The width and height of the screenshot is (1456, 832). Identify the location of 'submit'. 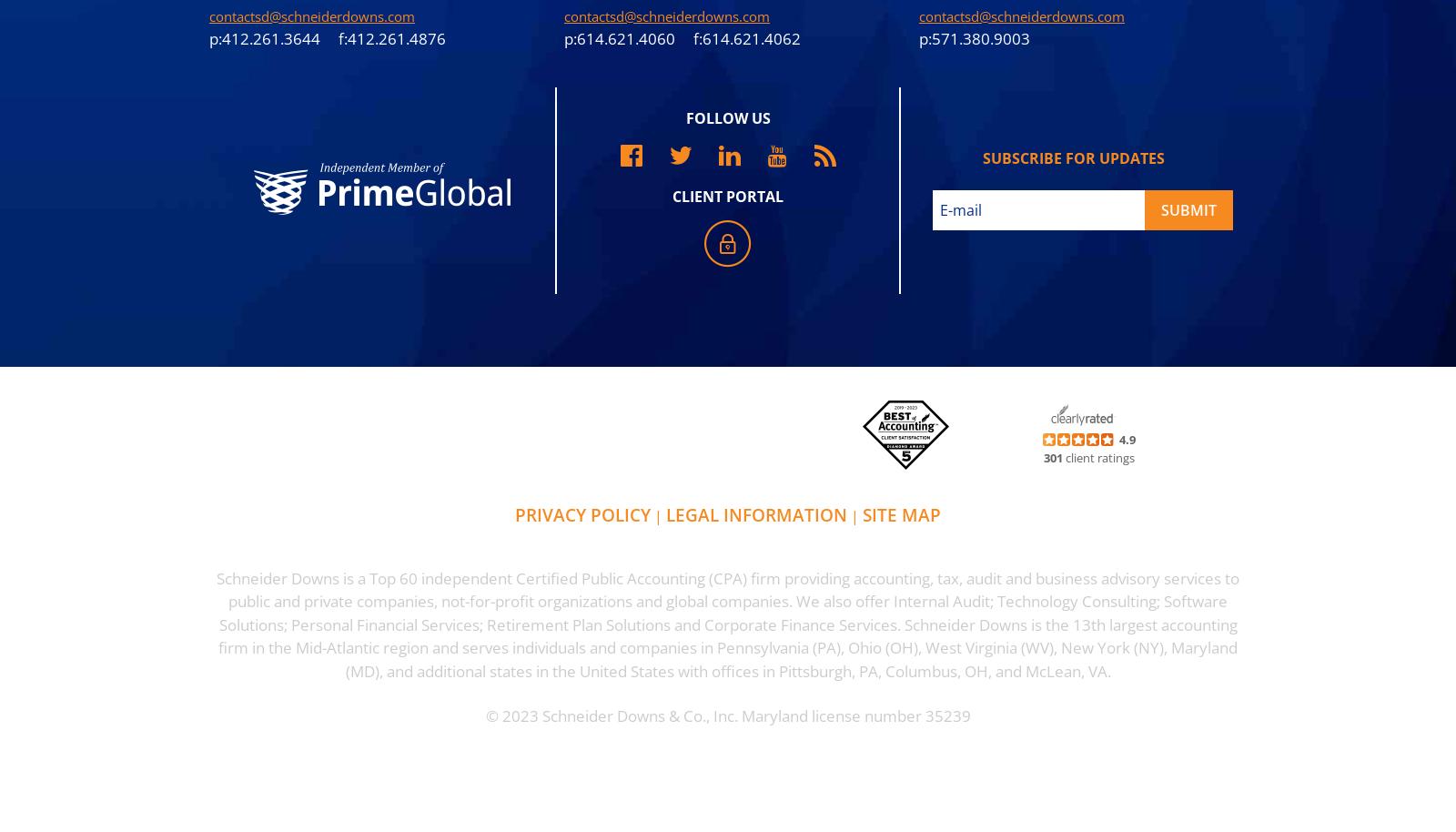
(1188, 208).